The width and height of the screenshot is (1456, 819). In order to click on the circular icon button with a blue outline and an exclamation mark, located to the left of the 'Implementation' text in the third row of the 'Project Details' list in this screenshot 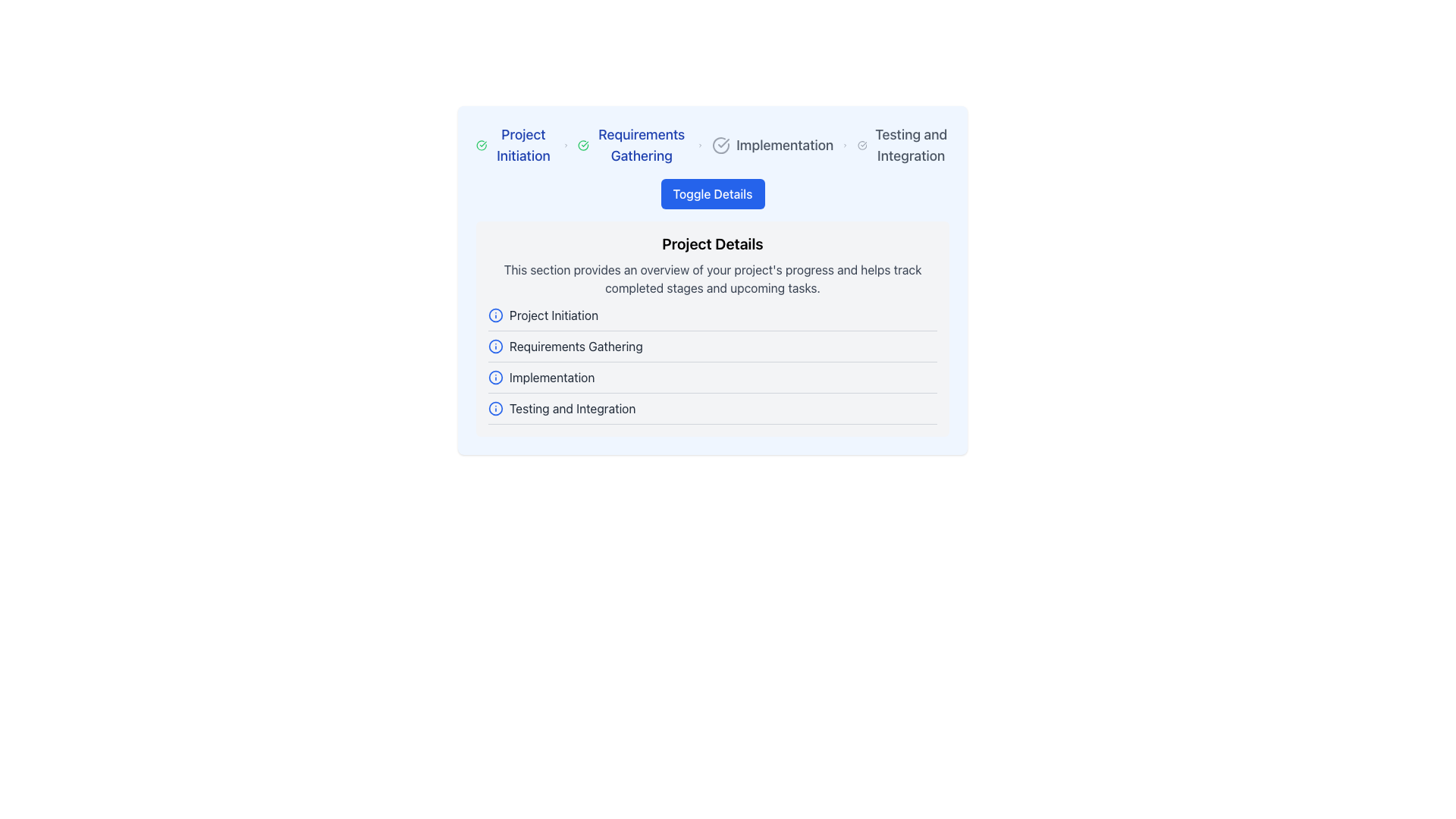, I will do `click(495, 376)`.